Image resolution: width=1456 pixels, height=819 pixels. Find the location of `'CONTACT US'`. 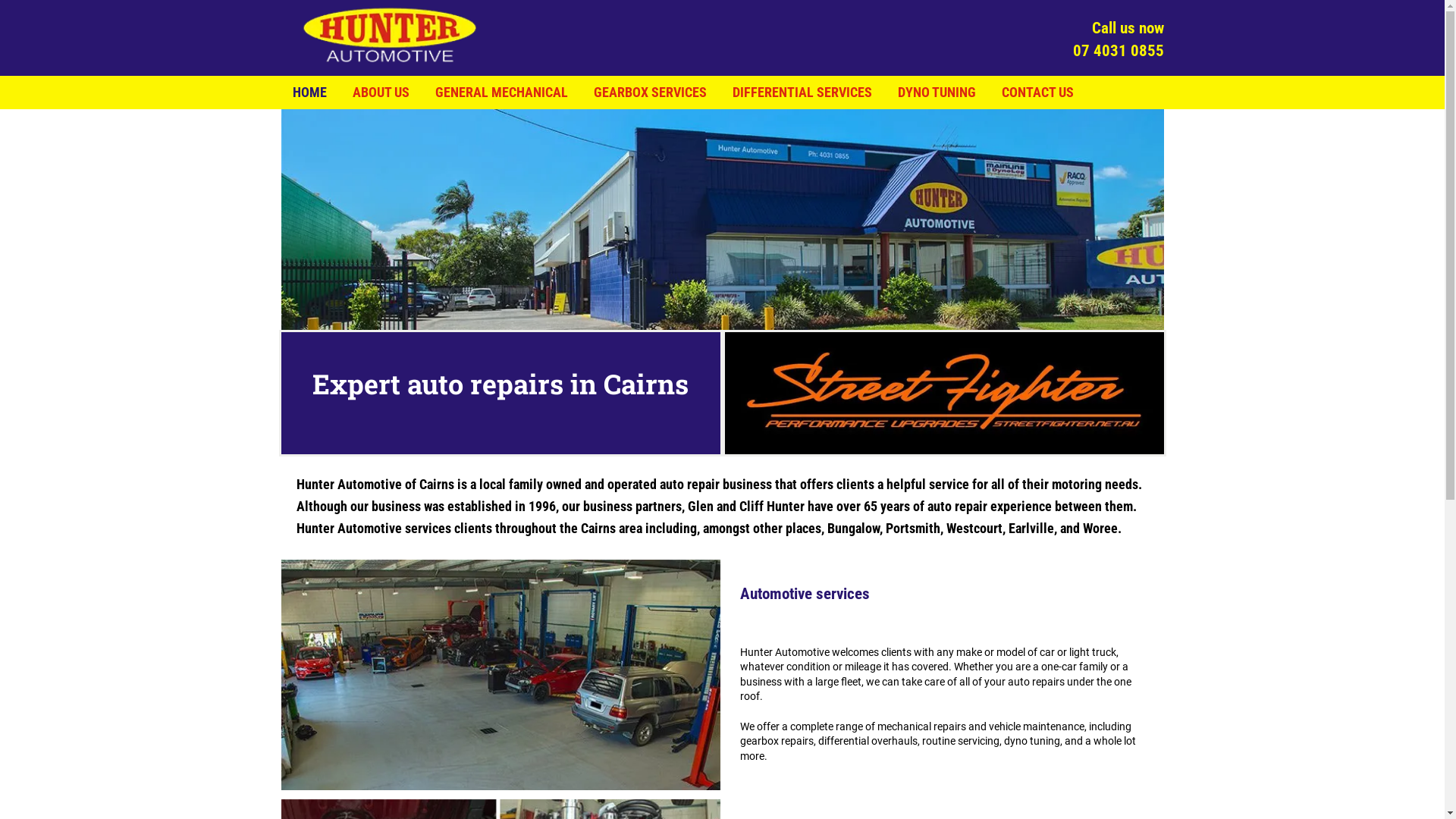

'CONTACT US' is located at coordinates (1036, 93).